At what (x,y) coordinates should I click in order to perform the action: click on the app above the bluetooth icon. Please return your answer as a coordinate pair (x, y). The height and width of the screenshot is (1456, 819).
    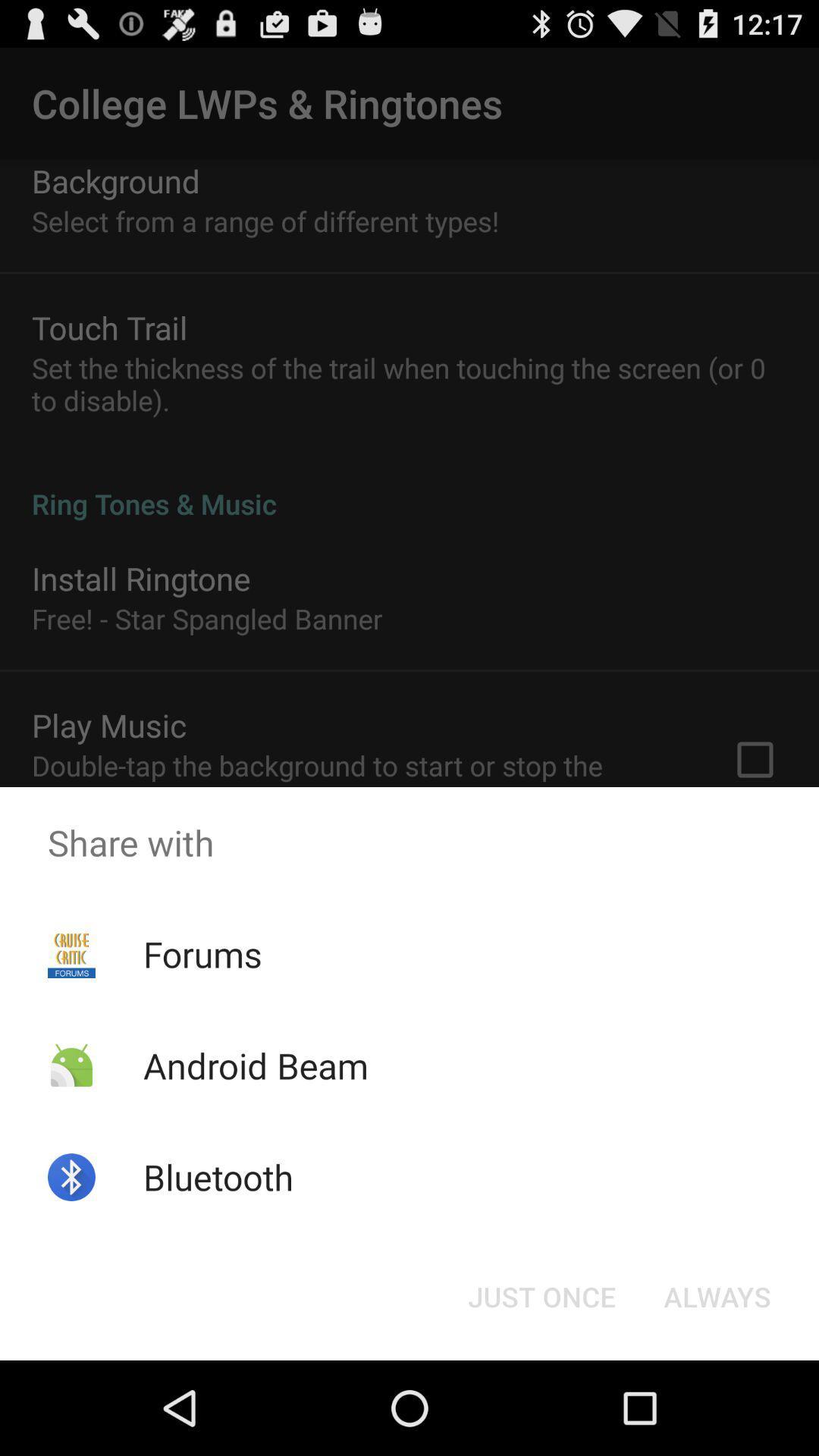
    Looking at the image, I should click on (255, 1065).